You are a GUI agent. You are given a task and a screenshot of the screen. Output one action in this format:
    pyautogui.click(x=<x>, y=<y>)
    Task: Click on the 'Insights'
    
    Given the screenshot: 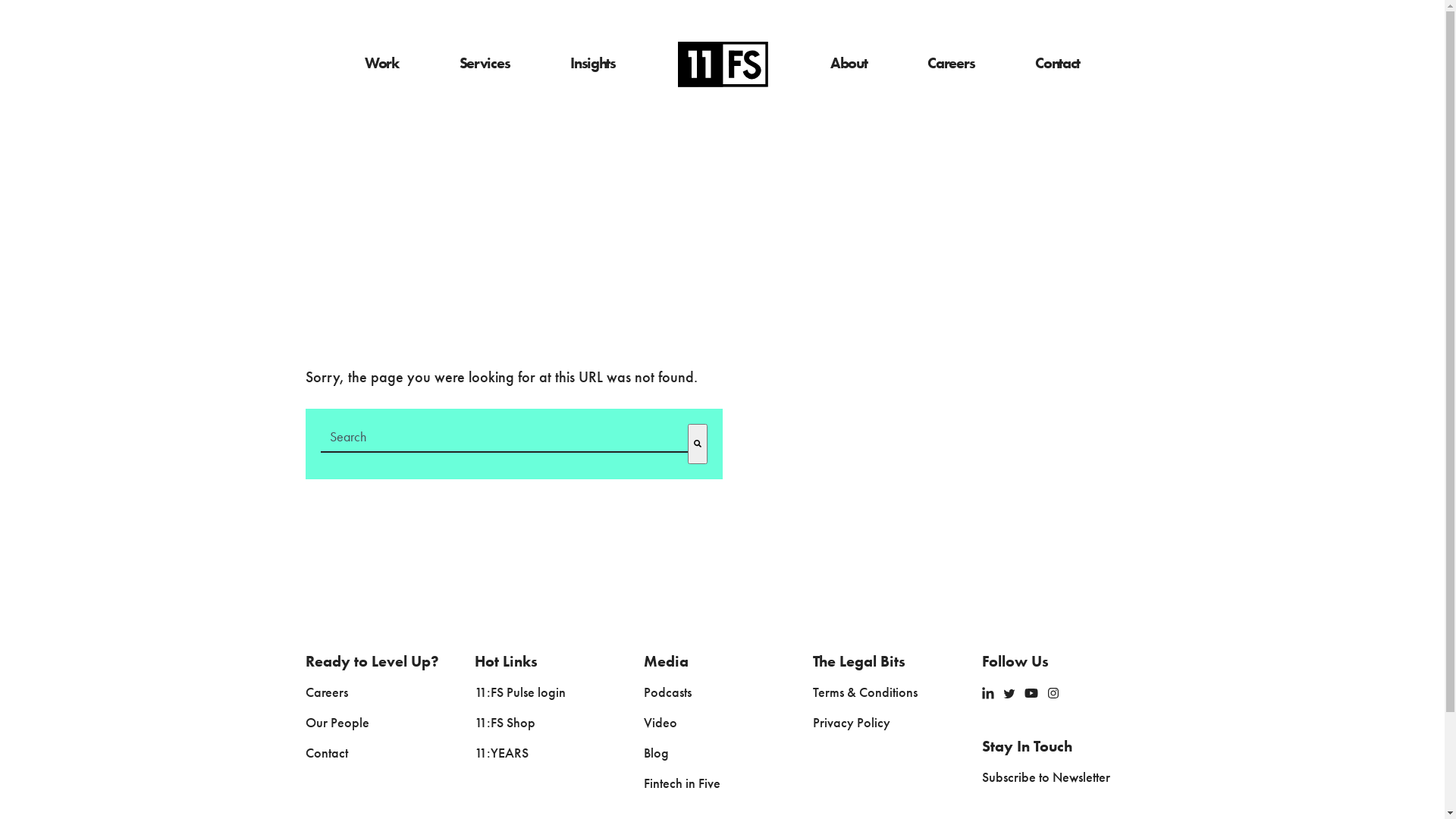 What is the action you would take?
    pyautogui.click(x=592, y=63)
    